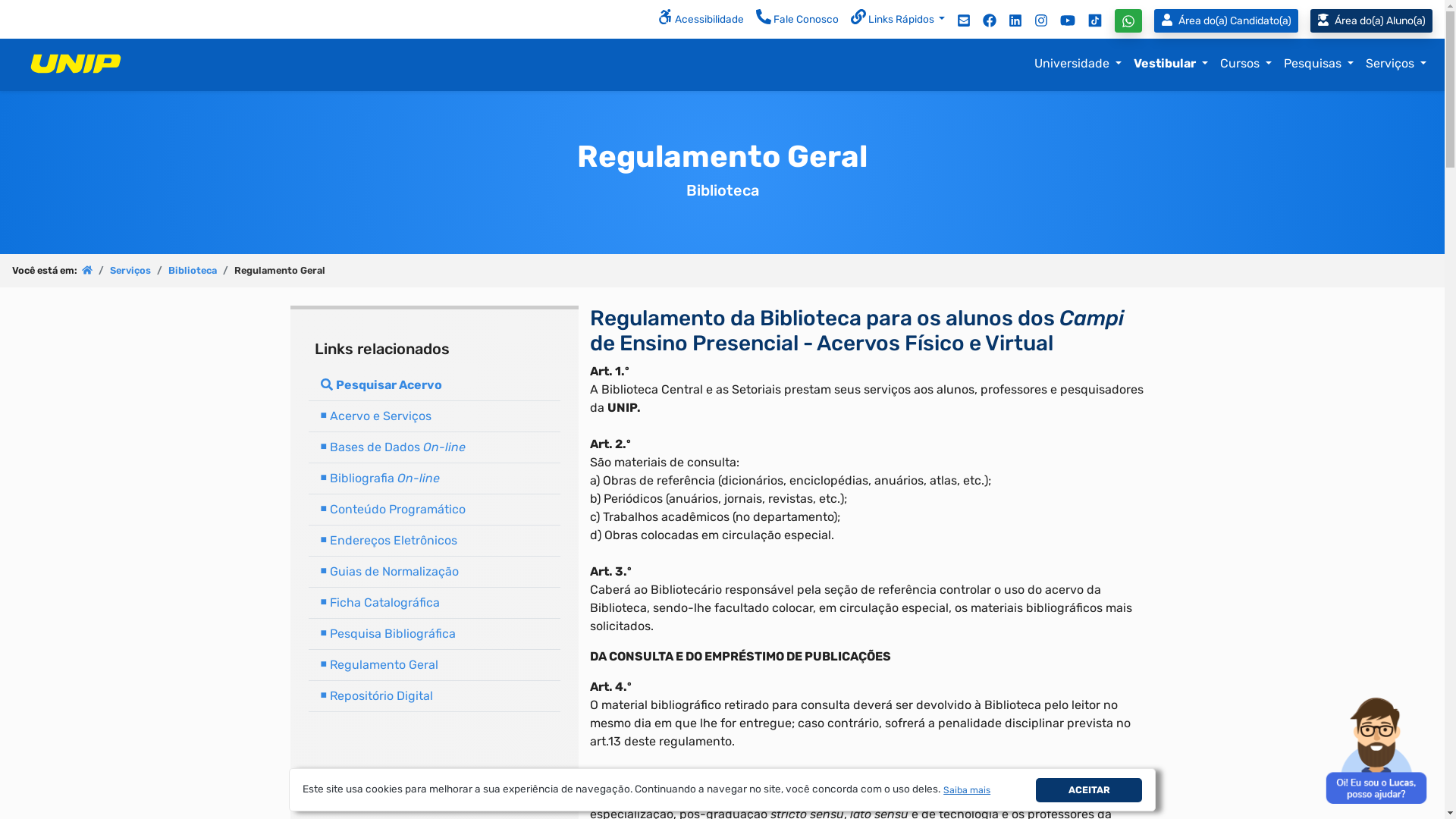  Describe the element at coordinates (1245, 63) in the screenshot. I see `'Cursos'` at that location.